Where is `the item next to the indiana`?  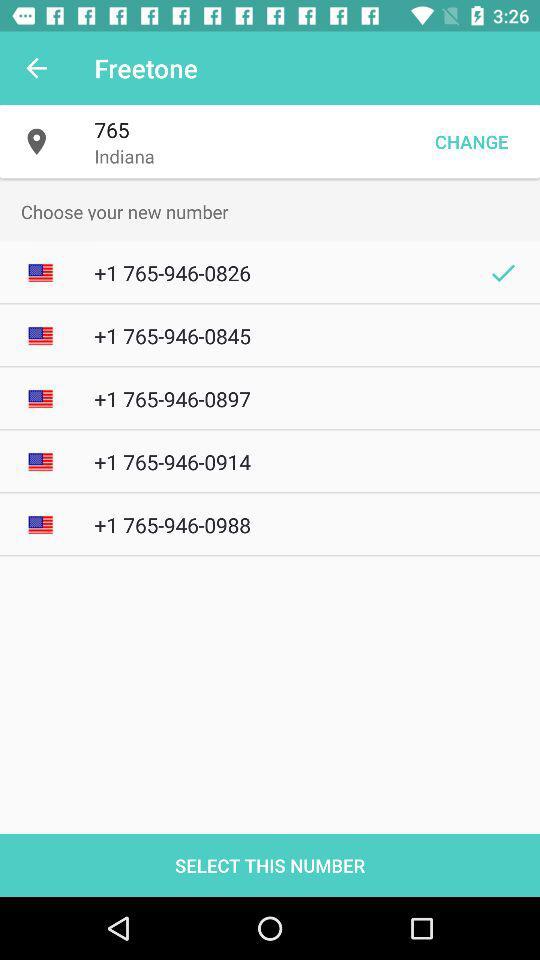
the item next to the indiana is located at coordinates (471, 140).